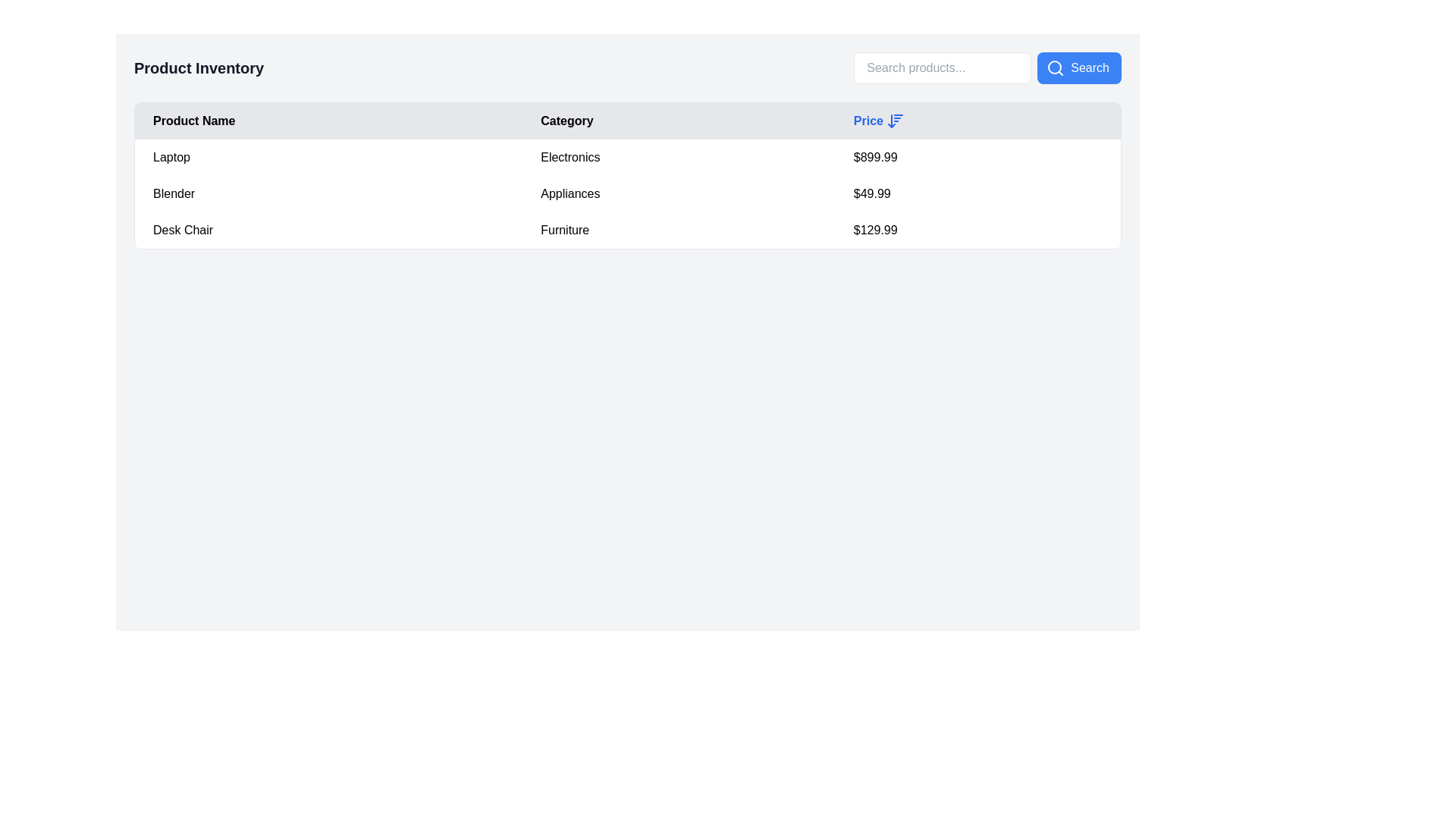 Image resolution: width=1456 pixels, height=819 pixels. I want to click on static text label indicating price values in the table header, which is positioned above the column containing monetary values, so click(868, 120).